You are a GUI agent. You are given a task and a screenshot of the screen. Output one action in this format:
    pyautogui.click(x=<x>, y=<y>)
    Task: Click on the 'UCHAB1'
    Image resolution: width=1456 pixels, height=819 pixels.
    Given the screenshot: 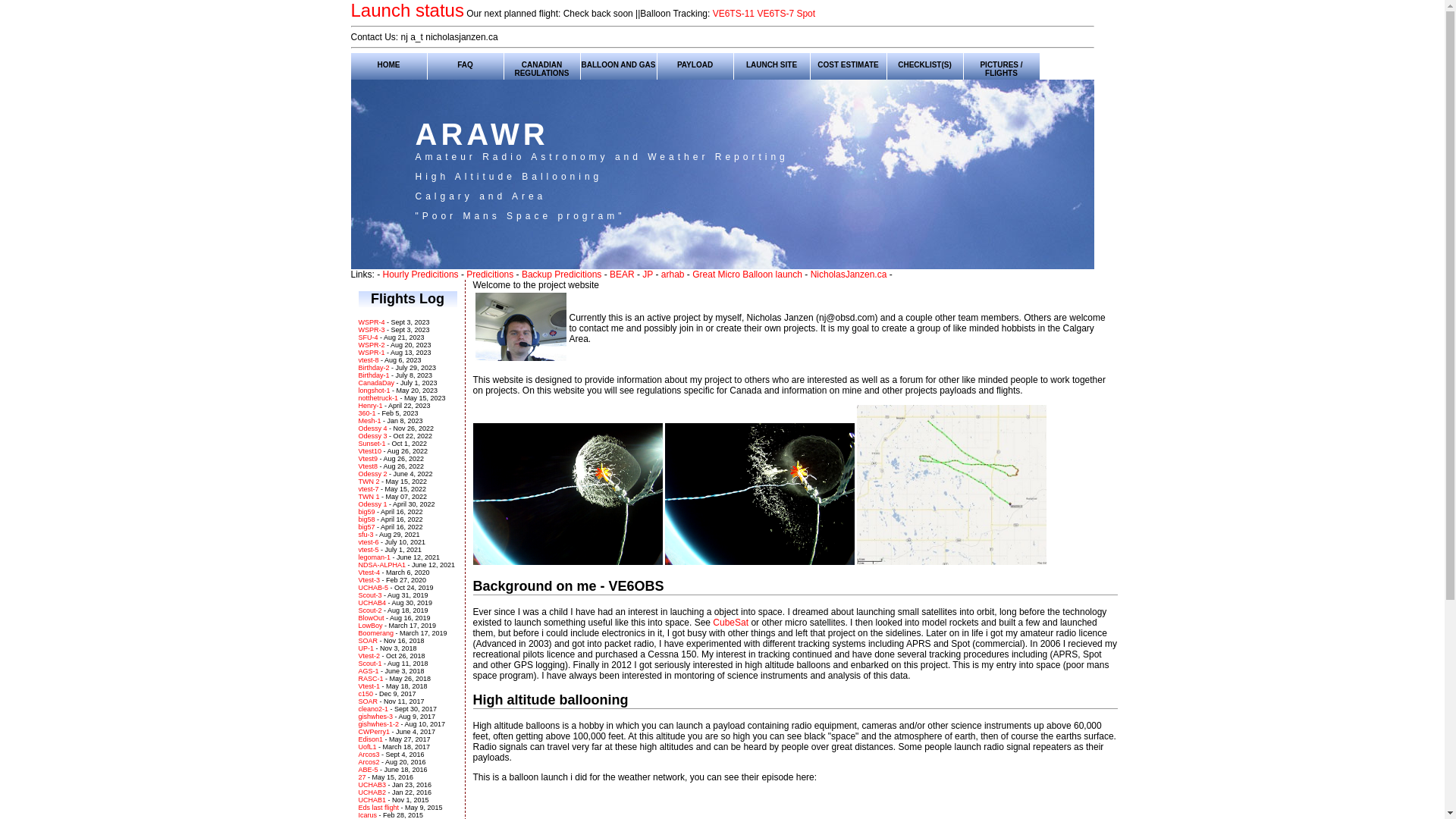 What is the action you would take?
    pyautogui.click(x=372, y=799)
    